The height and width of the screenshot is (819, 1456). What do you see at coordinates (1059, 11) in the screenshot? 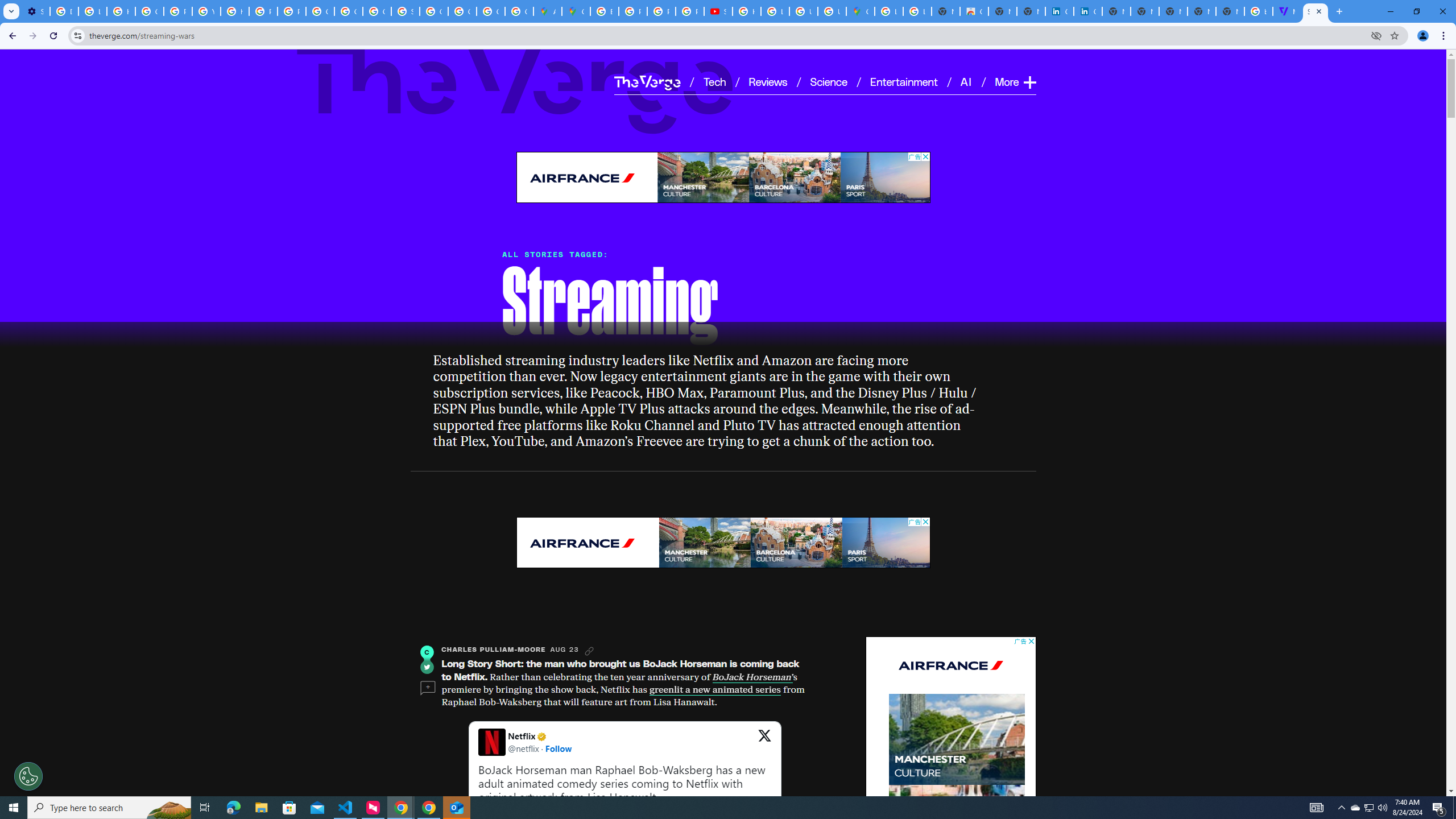
I see `'Cookie Policy | LinkedIn'` at bounding box center [1059, 11].